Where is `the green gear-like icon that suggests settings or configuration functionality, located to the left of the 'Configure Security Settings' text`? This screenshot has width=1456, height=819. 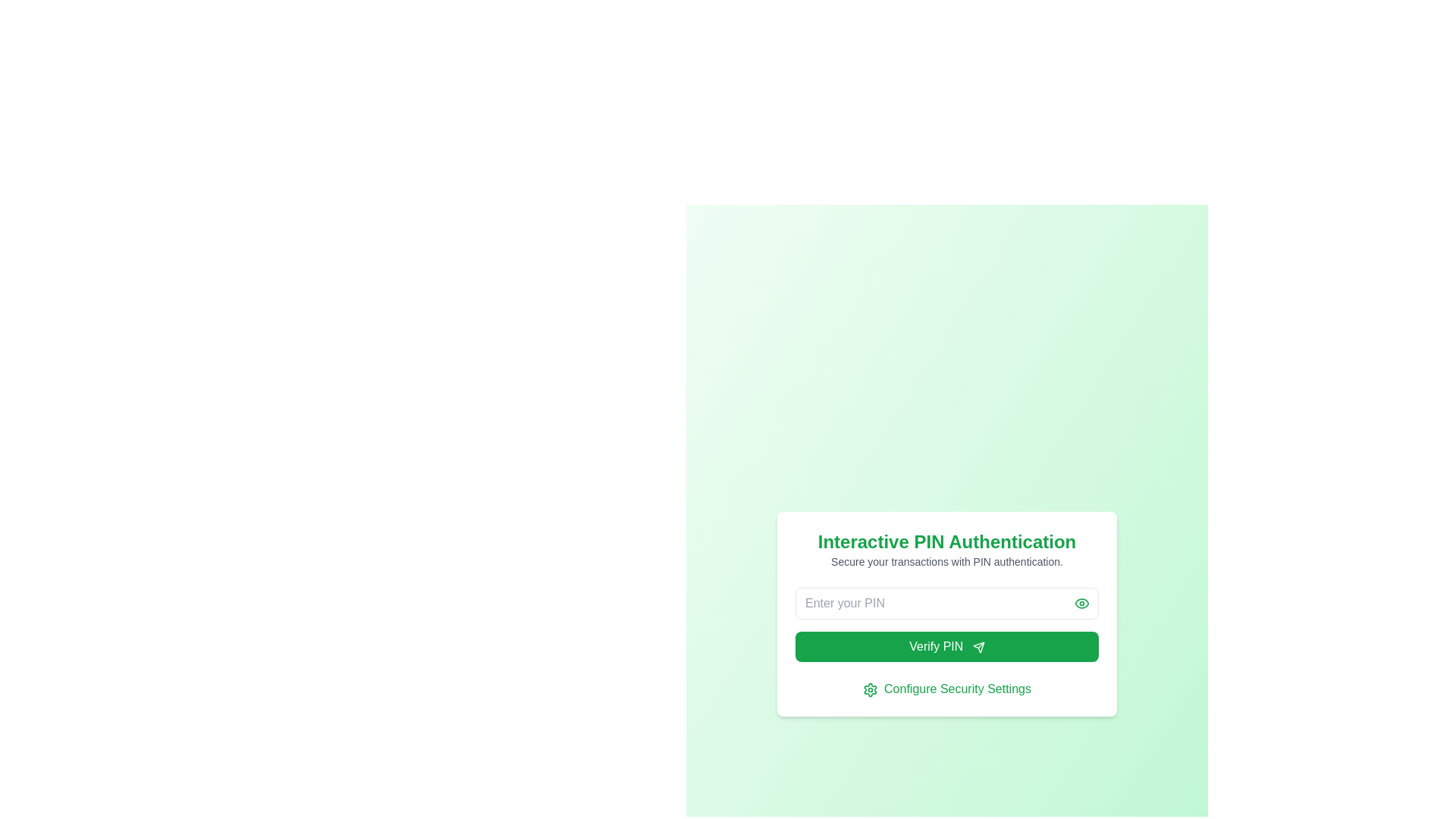 the green gear-like icon that suggests settings or configuration functionality, located to the left of the 'Configure Security Settings' text is located at coordinates (870, 689).